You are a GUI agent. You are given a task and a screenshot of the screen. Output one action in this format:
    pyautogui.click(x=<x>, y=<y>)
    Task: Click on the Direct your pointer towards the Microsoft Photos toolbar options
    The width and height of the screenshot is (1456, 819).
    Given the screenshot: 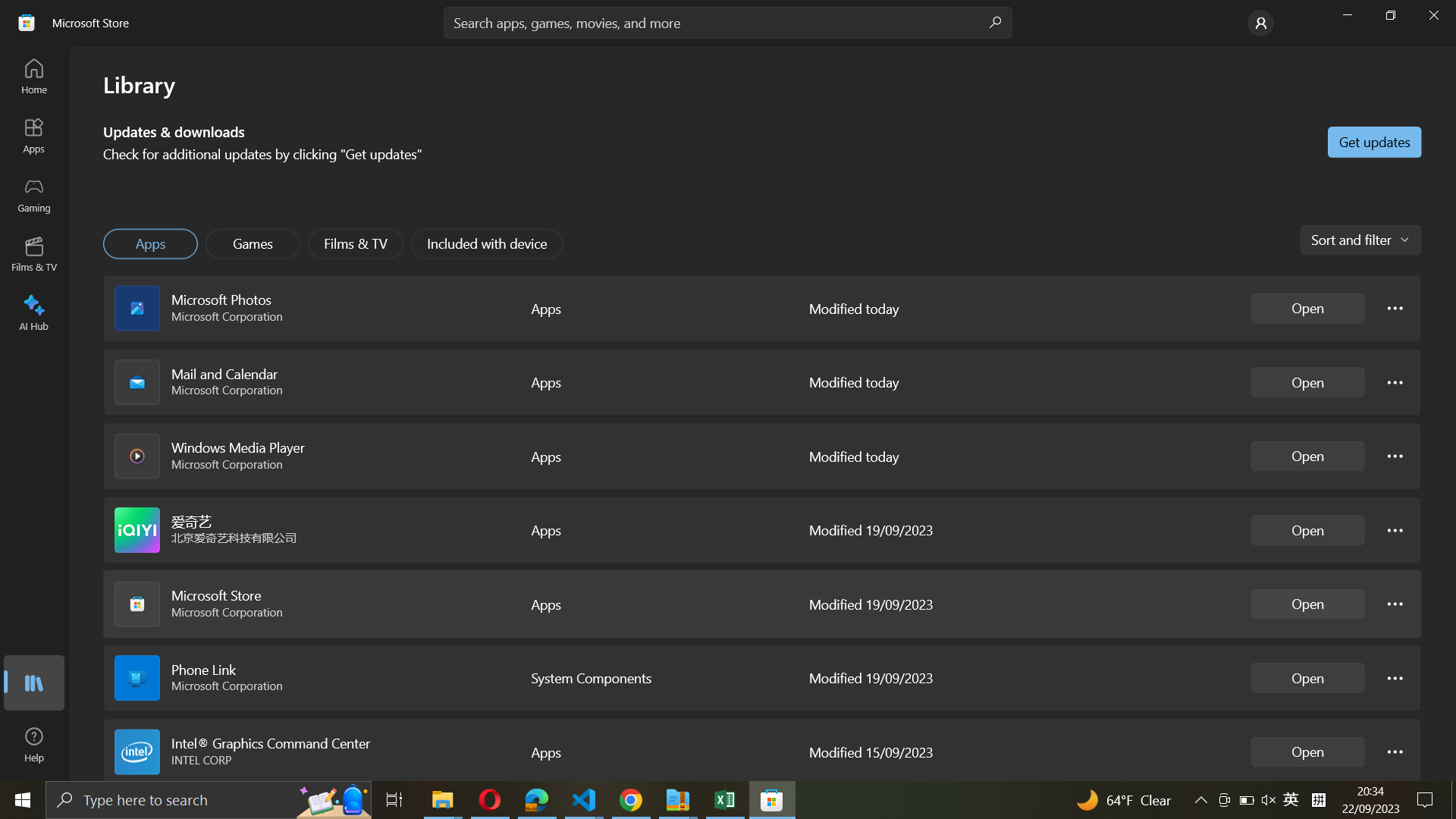 What is the action you would take?
    pyautogui.click(x=2676856, y=333333)
    